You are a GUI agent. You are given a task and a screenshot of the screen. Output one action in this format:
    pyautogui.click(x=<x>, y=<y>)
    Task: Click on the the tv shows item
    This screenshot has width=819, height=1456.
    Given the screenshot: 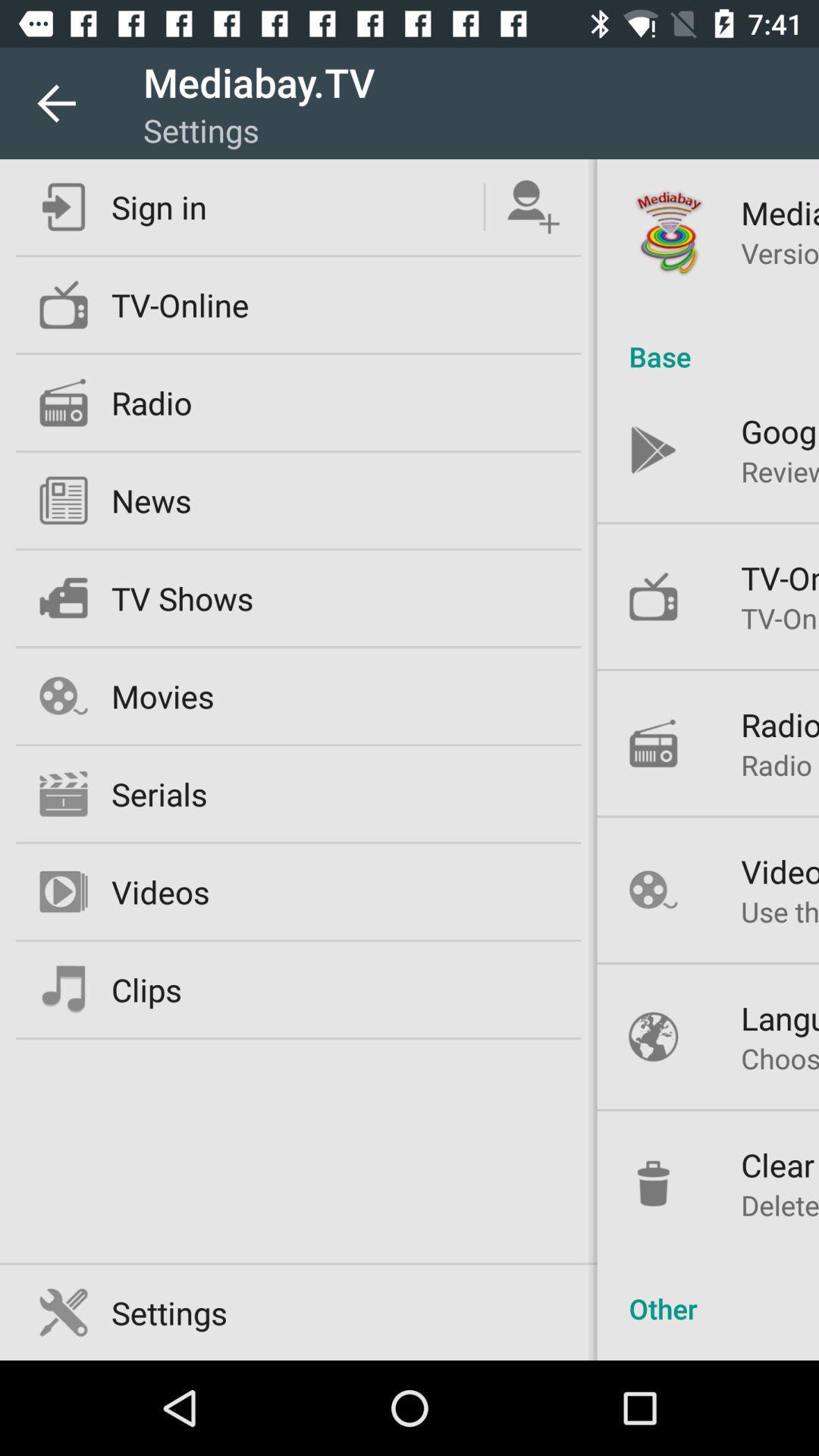 What is the action you would take?
    pyautogui.click(x=181, y=597)
    